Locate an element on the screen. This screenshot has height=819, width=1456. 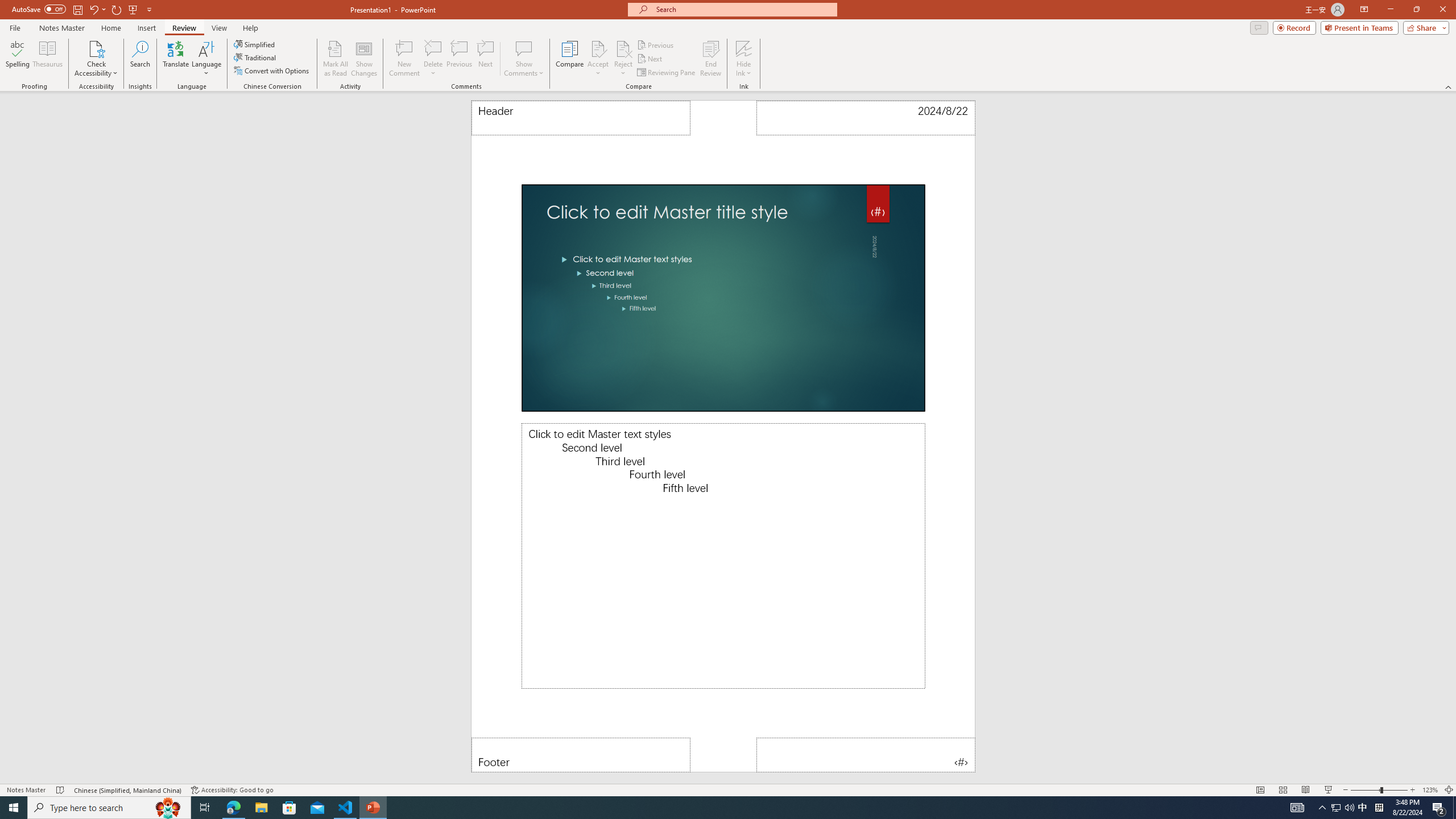
'Previous' is located at coordinates (656, 44).